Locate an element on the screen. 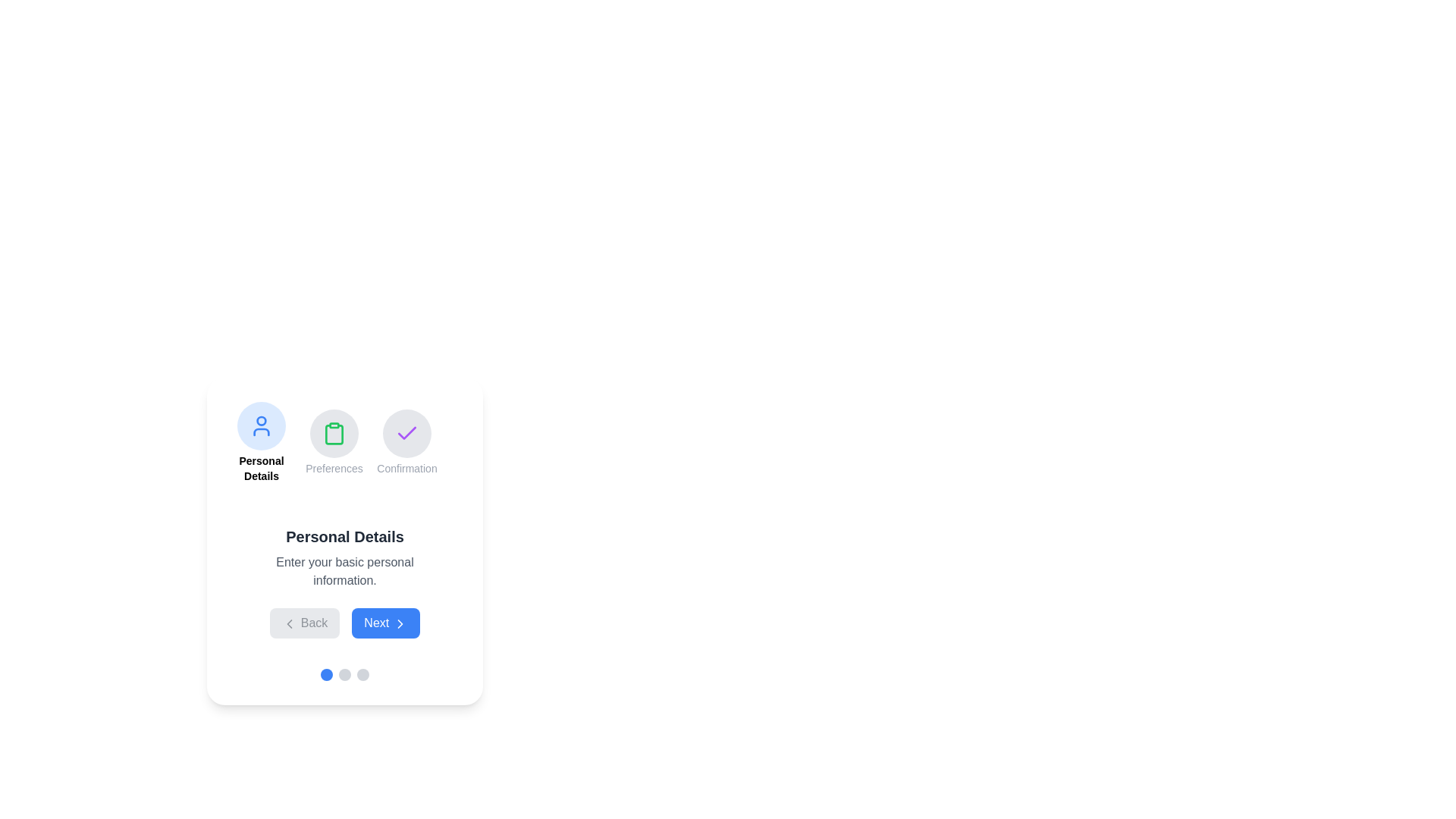  the 'Preferences' step indicator, which is the middle element in a triplet of step indicators is located at coordinates (344, 442).